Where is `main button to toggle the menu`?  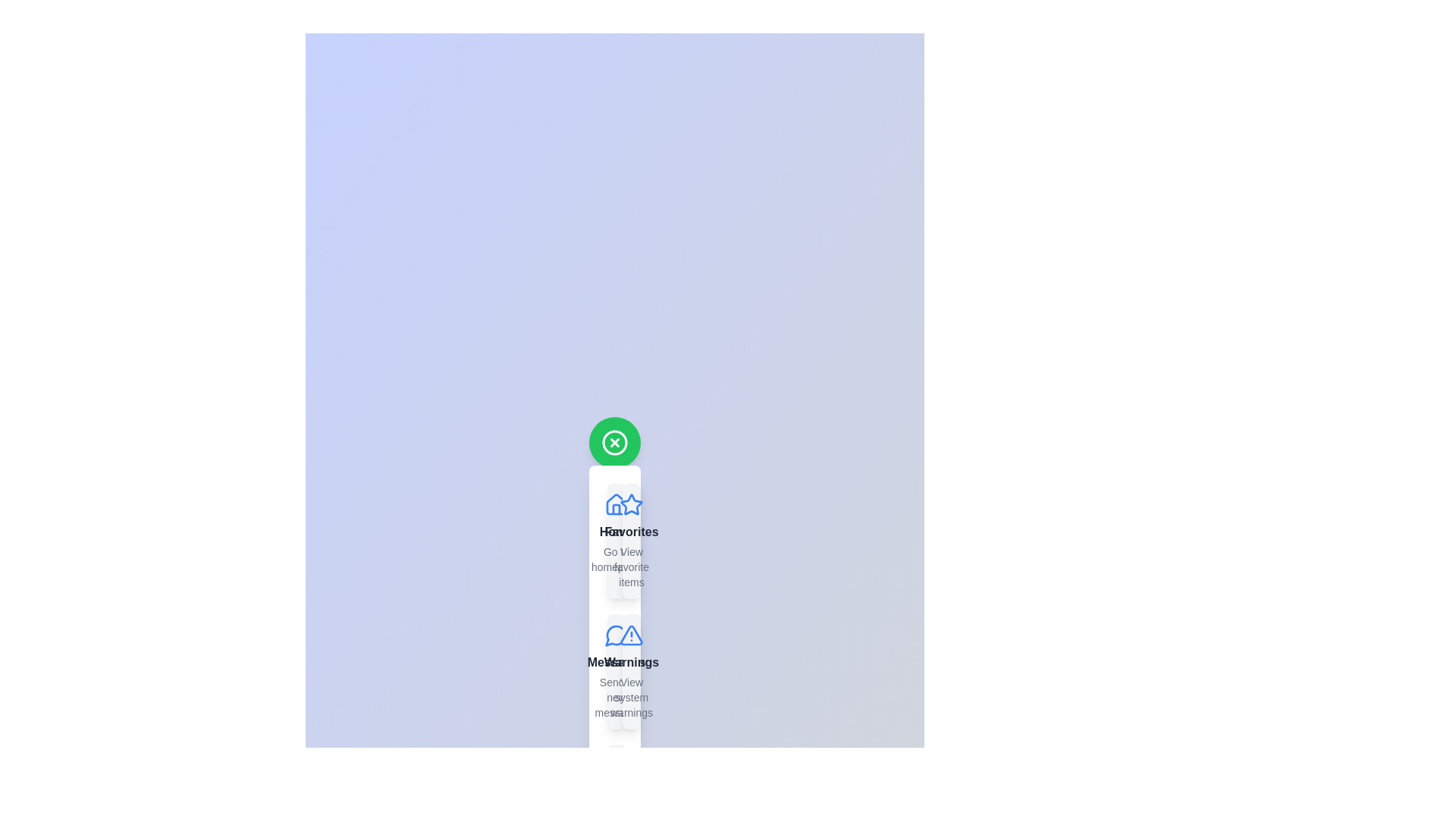 main button to toggle the menu is located at coordinates (615, 442).